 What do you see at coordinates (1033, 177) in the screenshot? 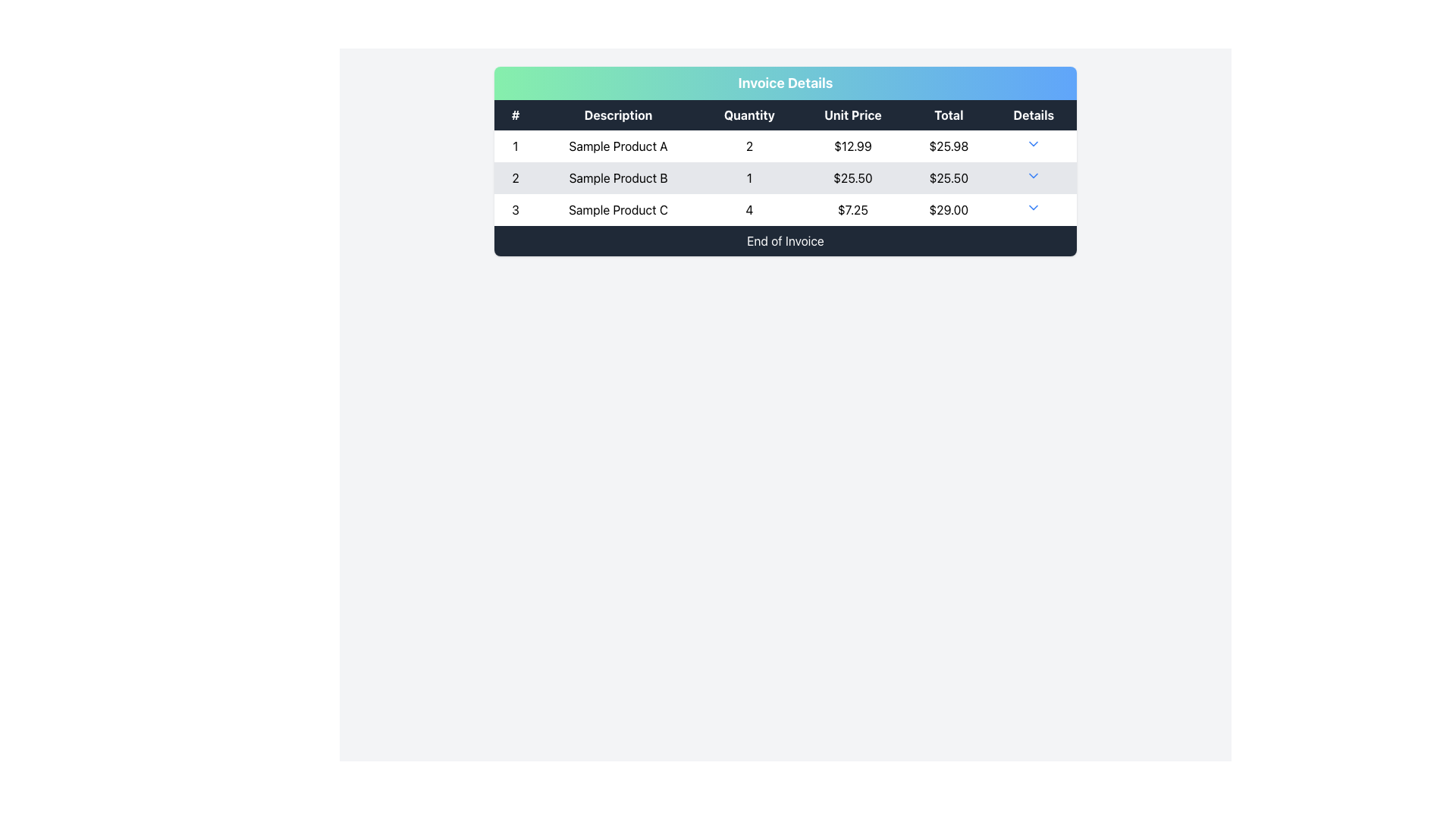
I see `the downward-pointing blue arrow icon located in the 'Details' column of the second row in the table` at bounding box center [1033, 177].